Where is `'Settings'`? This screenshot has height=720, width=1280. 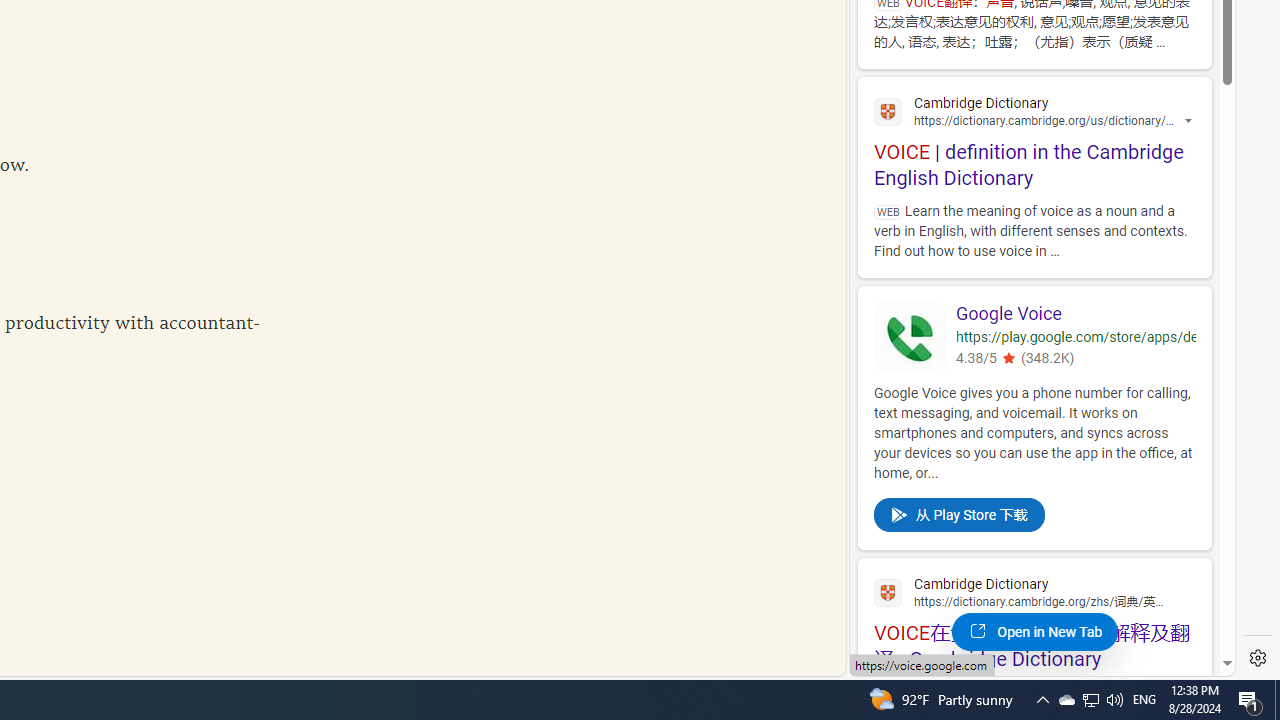 'Settings' is located at coordinates (1257, 658).